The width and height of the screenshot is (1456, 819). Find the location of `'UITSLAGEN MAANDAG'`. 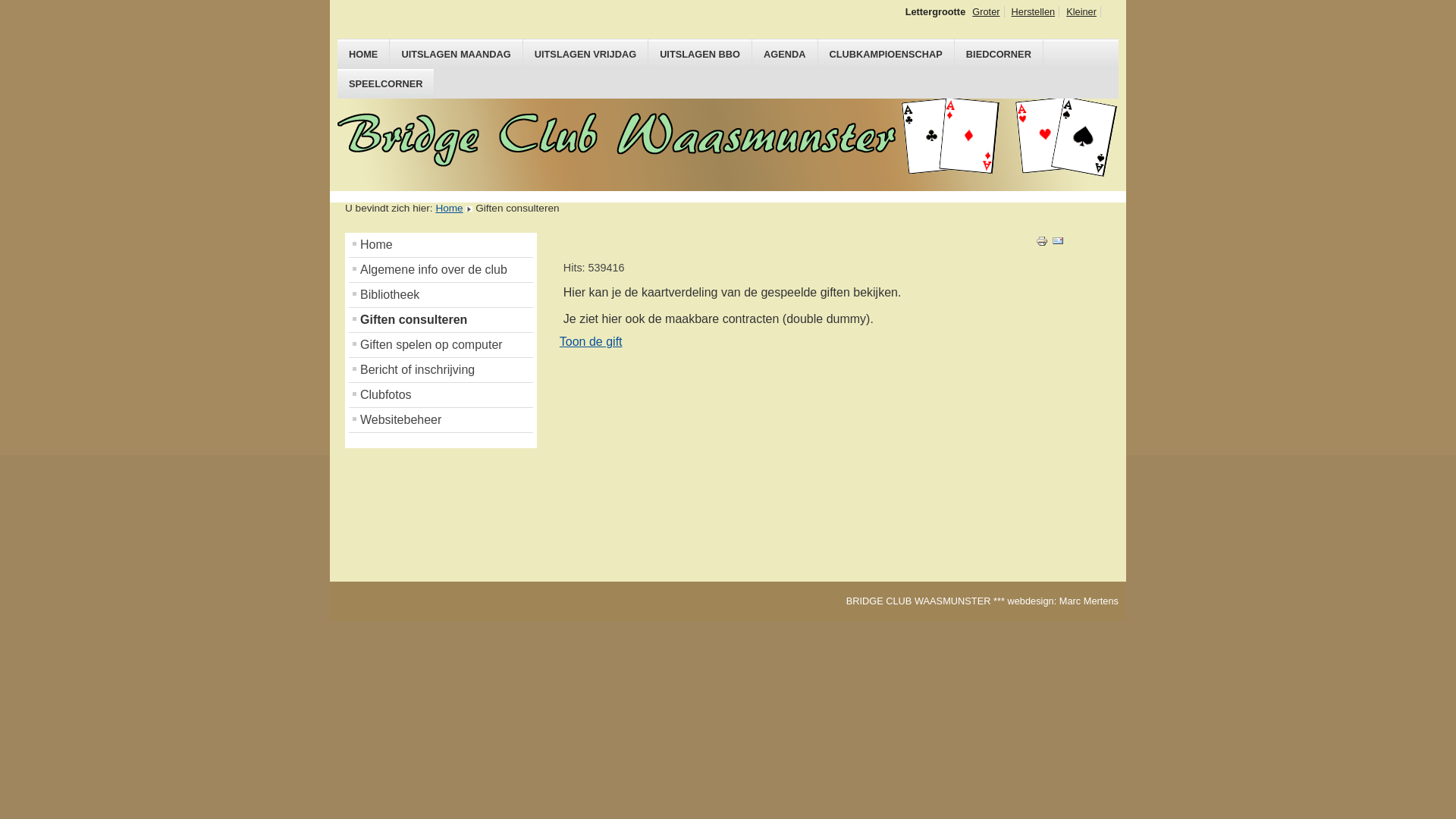

'UITSLAGEN MAANDAG' is located at coordinates (455, 53).